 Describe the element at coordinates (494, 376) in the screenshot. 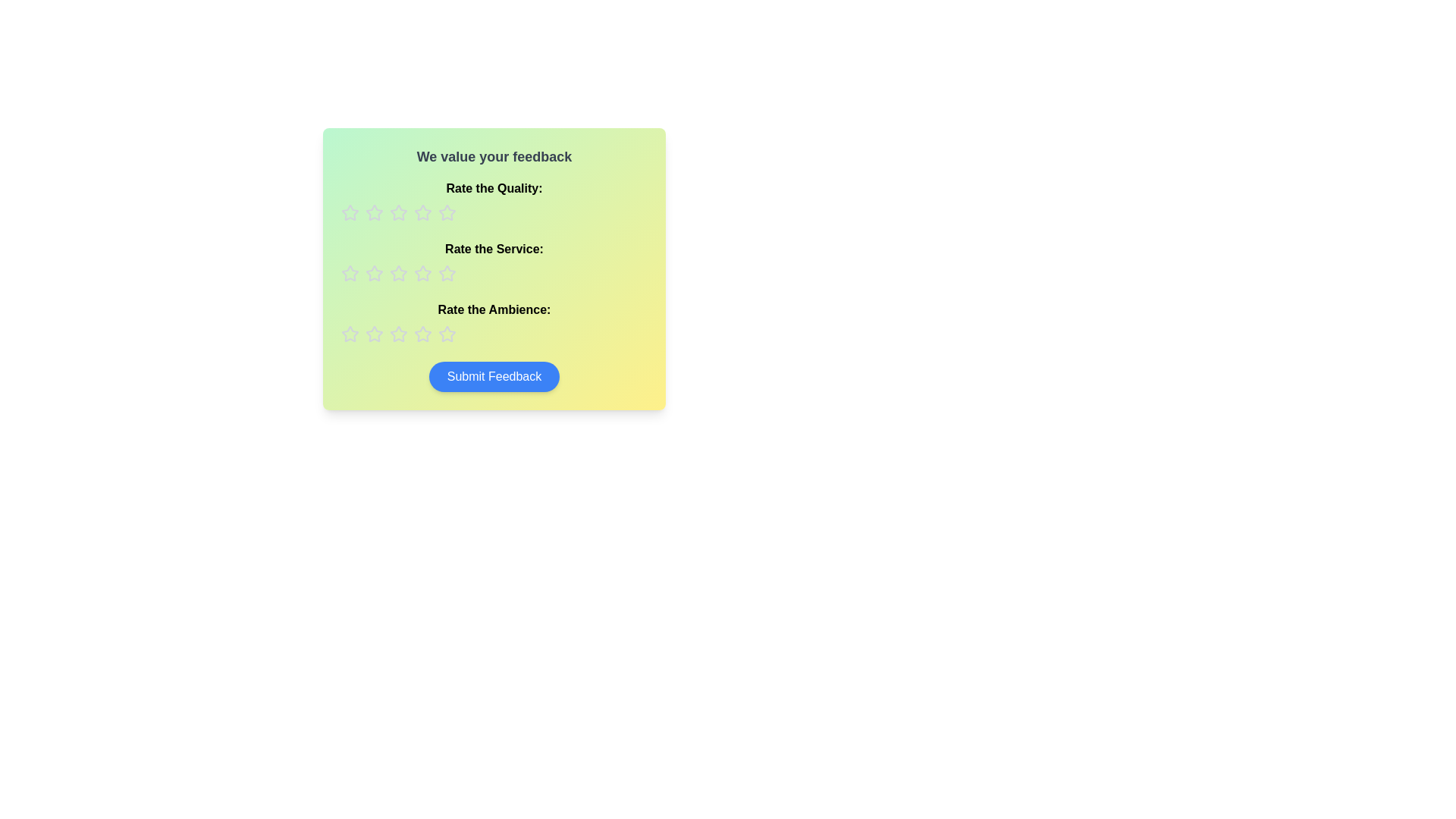

I see `the 'Submit Feedback' button, which has a blue background and white text, located beneath the rating stars` at that location.